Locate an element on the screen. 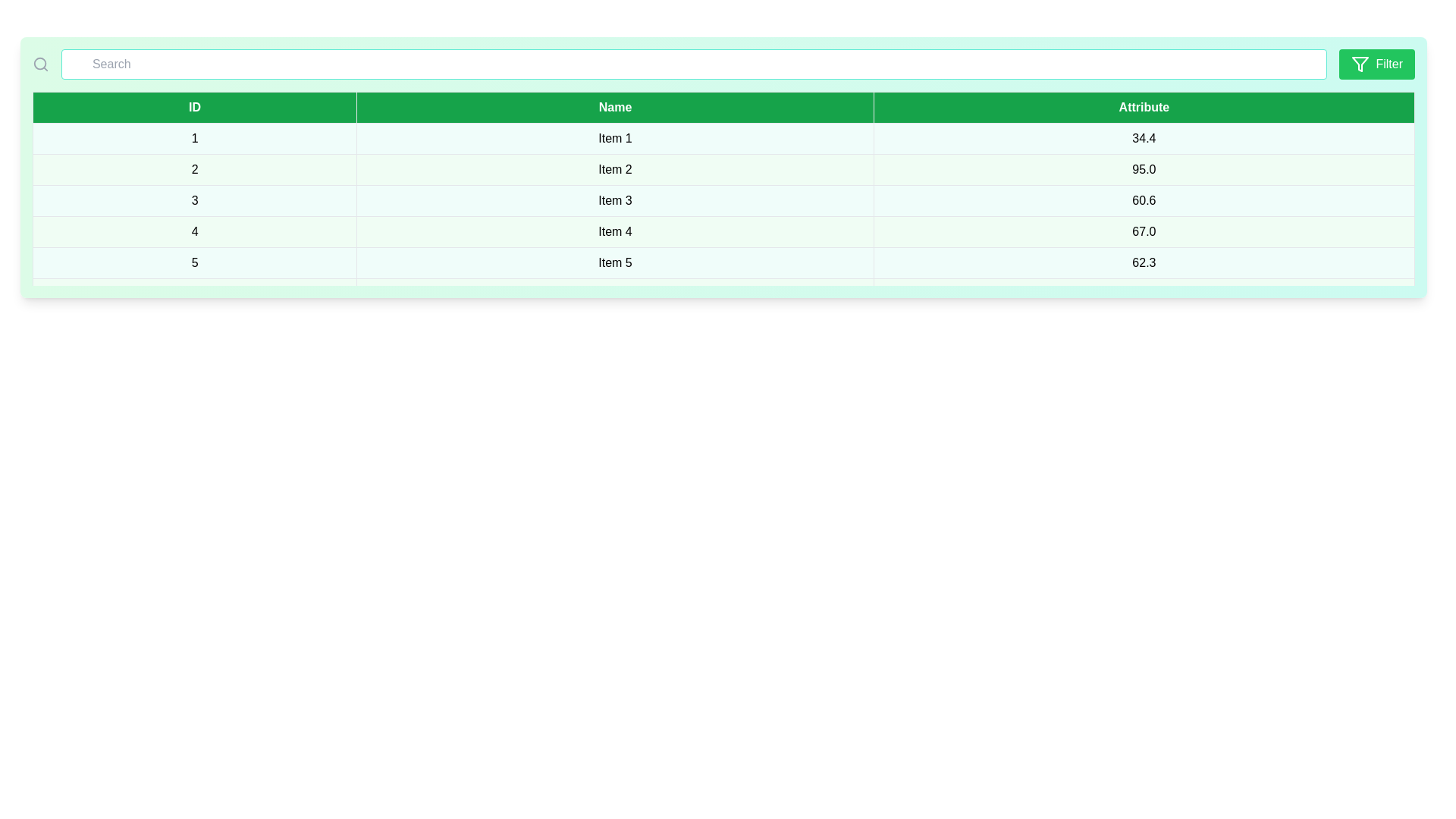  filter button to apply the filter is located at coordinates (1376, 63).